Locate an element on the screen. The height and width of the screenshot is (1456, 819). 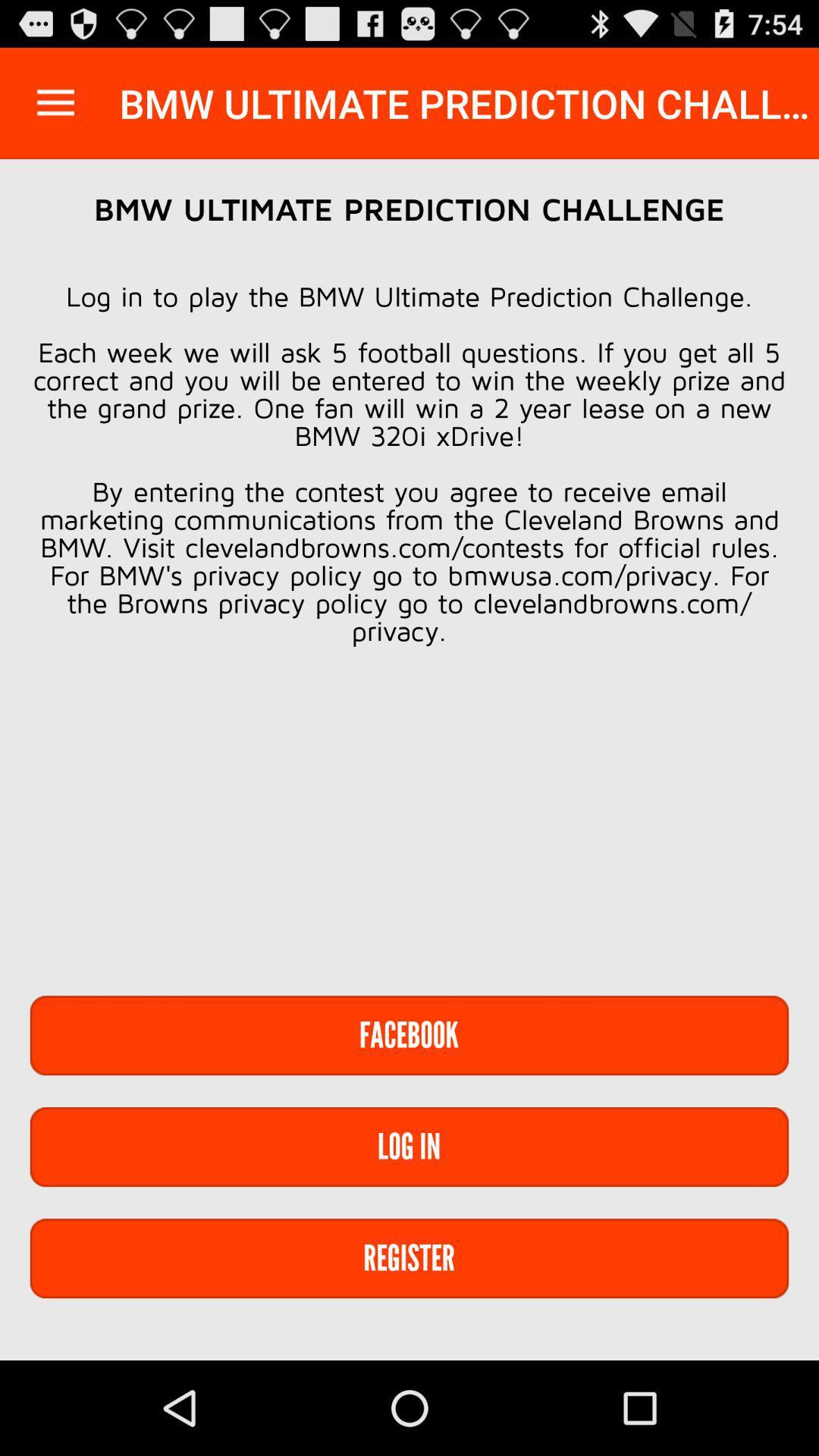
the item at the top left corner is located at coordinates (55, 102).